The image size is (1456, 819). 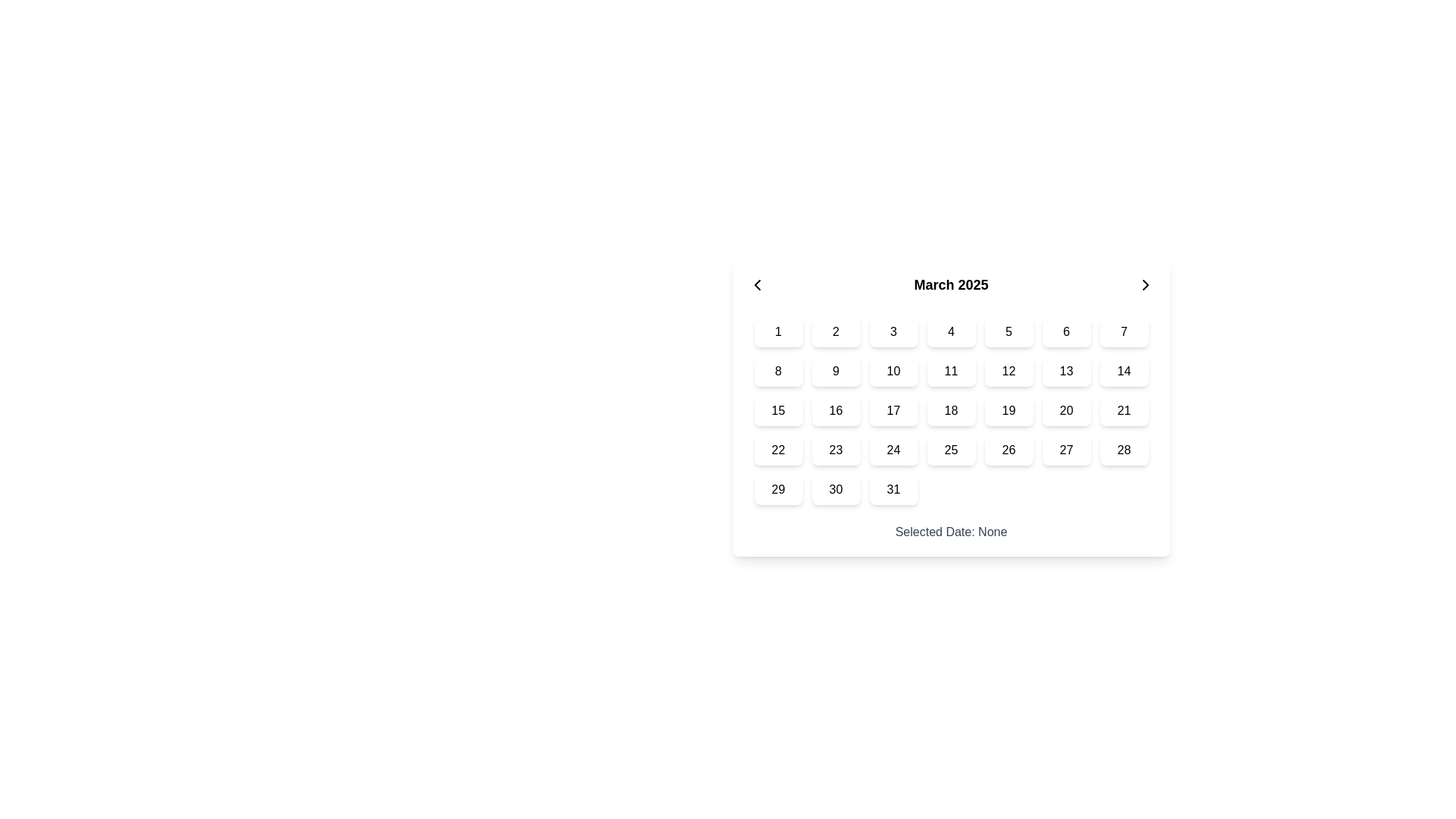 I want to click on the navigation button positioned to the far-right of the calendar heading, next to the 'March 2025' text block, so click(x=1145, y=284).